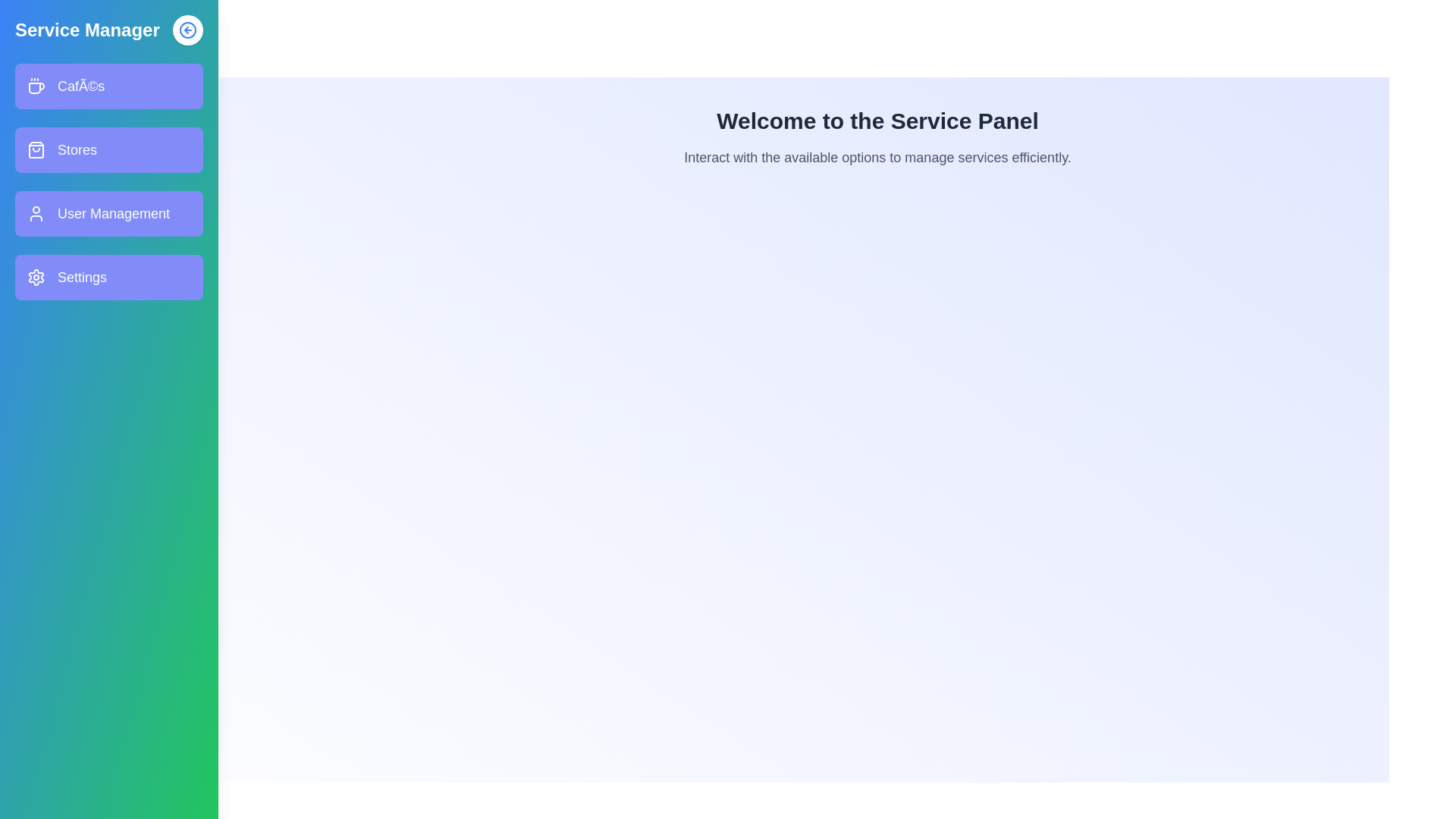 This screenshot has height=819, width=1456. What do you see at coordinates (108, 149) in the screenshot?
I see `the 'Stores' menu item in the dashboard drawer` at bounding box center [108, 149].